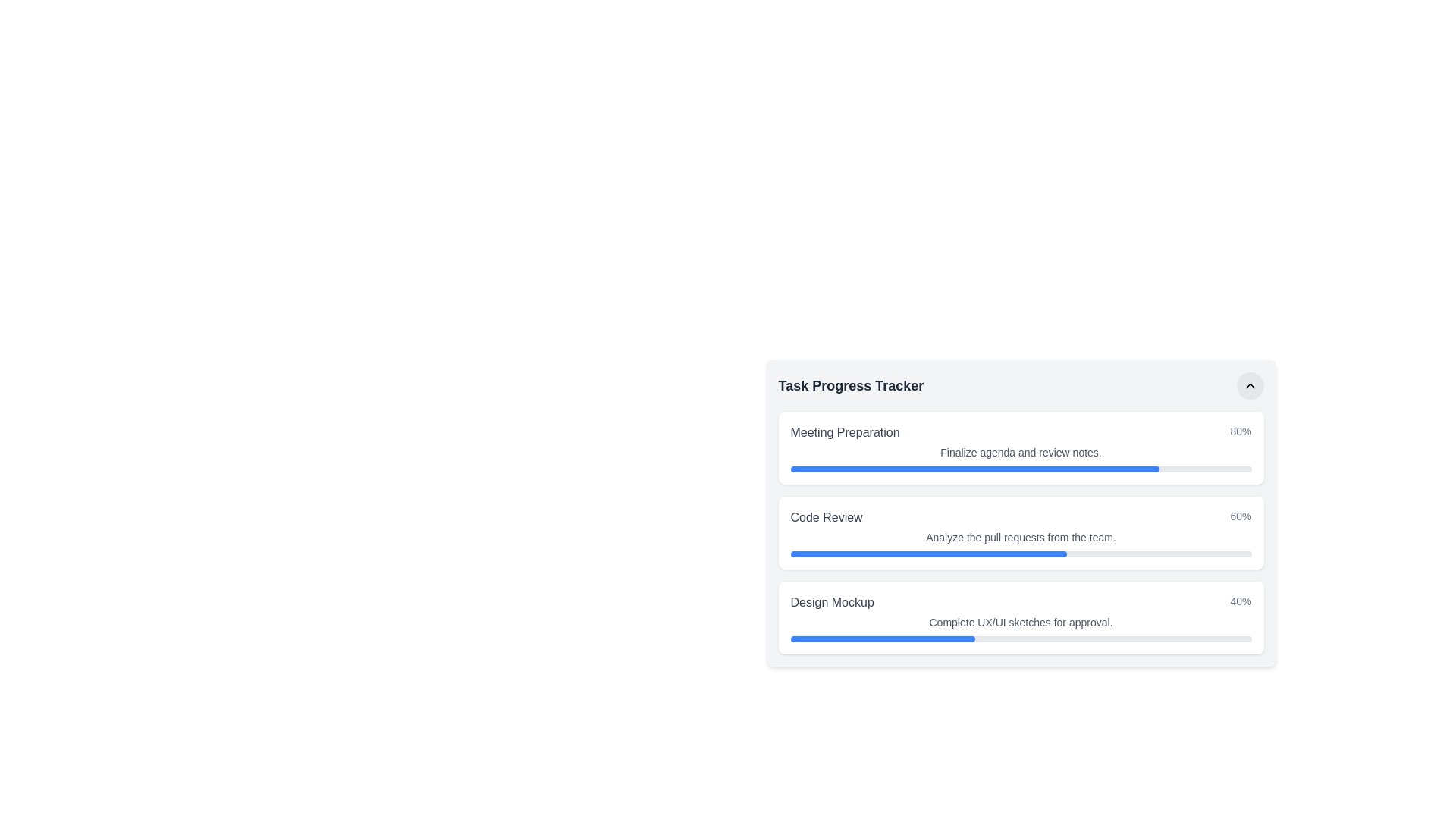 The width and height of the screenshot is (1456, 819). I want to click on the label displaying the text 'Complete UX/UI sketches for approval.' located below the header 'Design Mockup' in the progress tracker interface, so click(1021, 623).